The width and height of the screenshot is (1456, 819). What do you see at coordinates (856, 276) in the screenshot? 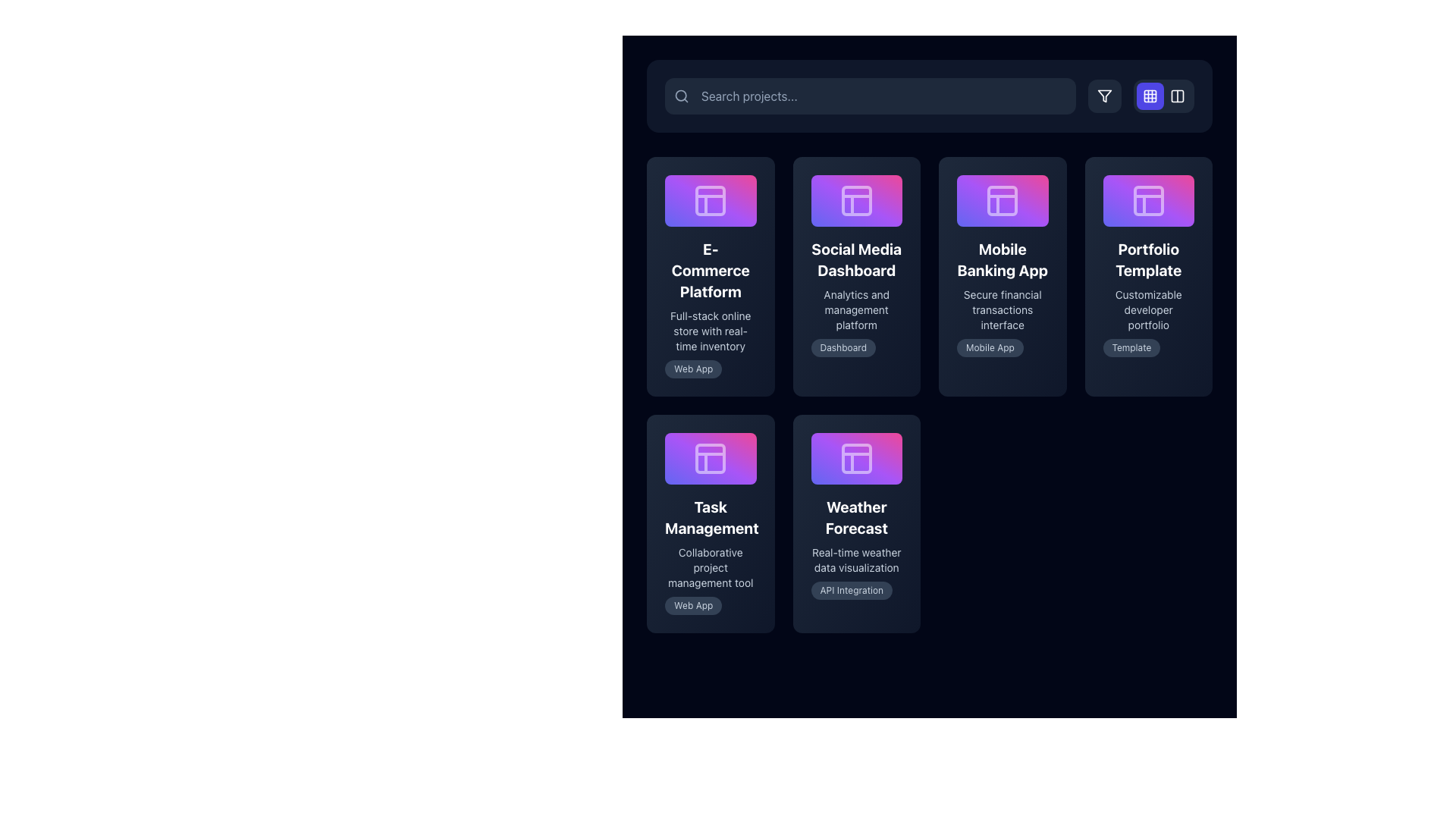
I see `the second Interactive Card in the first row of the dashboard interface` at bounding box center [856, 276].